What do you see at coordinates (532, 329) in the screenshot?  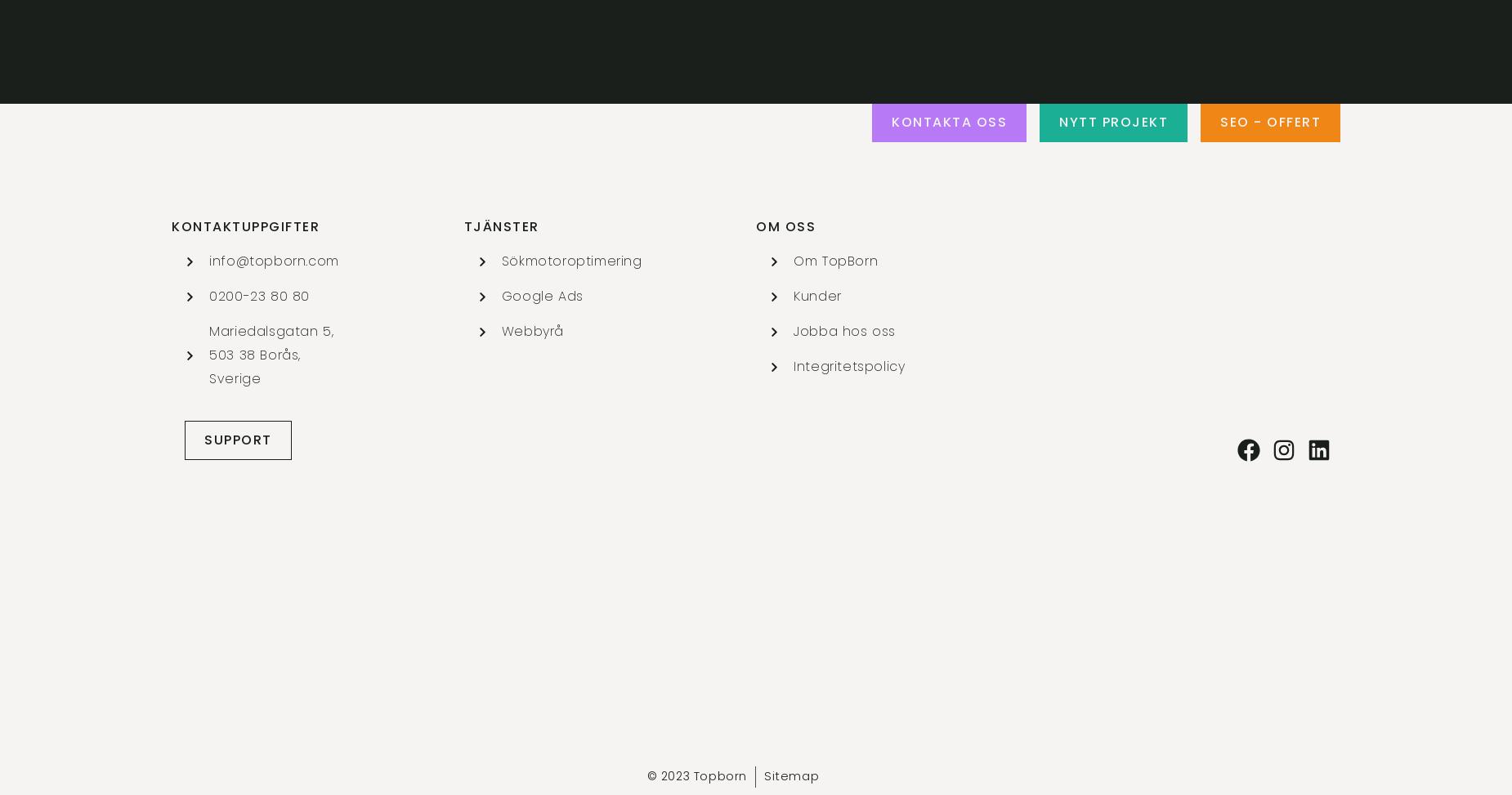 I see `'Webbyrå'` at bounding box center [532, 329].